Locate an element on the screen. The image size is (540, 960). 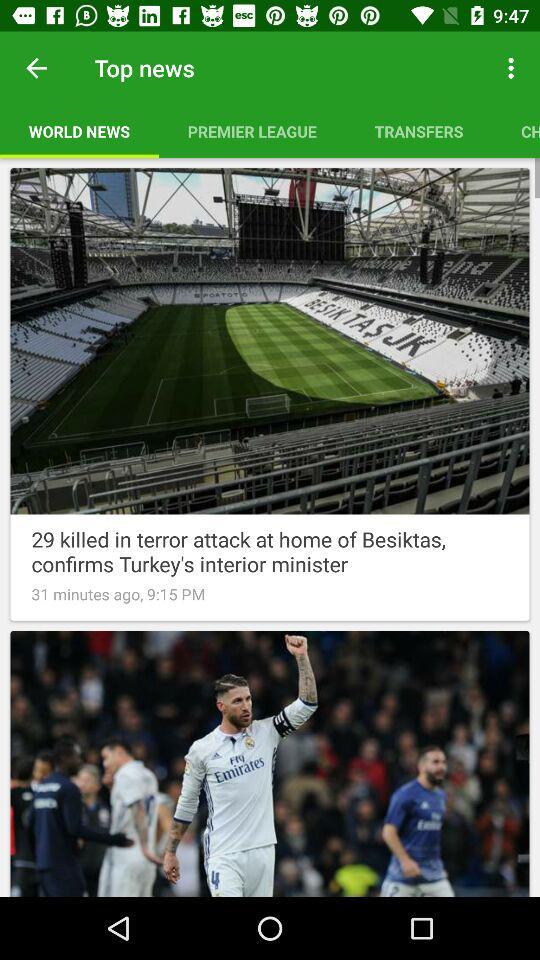
the icon next to transfers item is located at coordinates (252, 130).